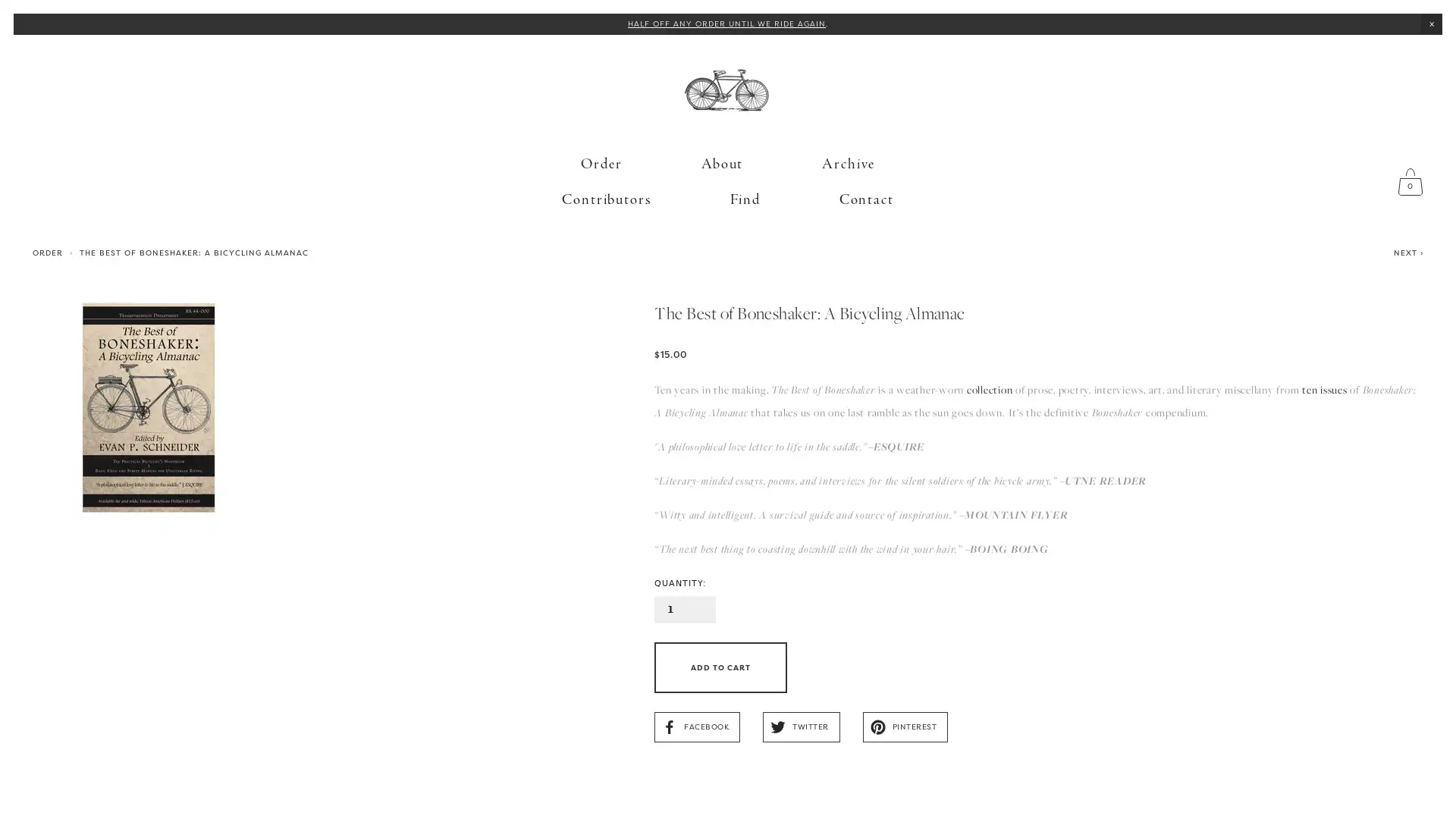 The height and width of the screenshot is (819, 1456). Describe the element at coordinates (991, 244) in the screenshot. I see `Close` at that location.